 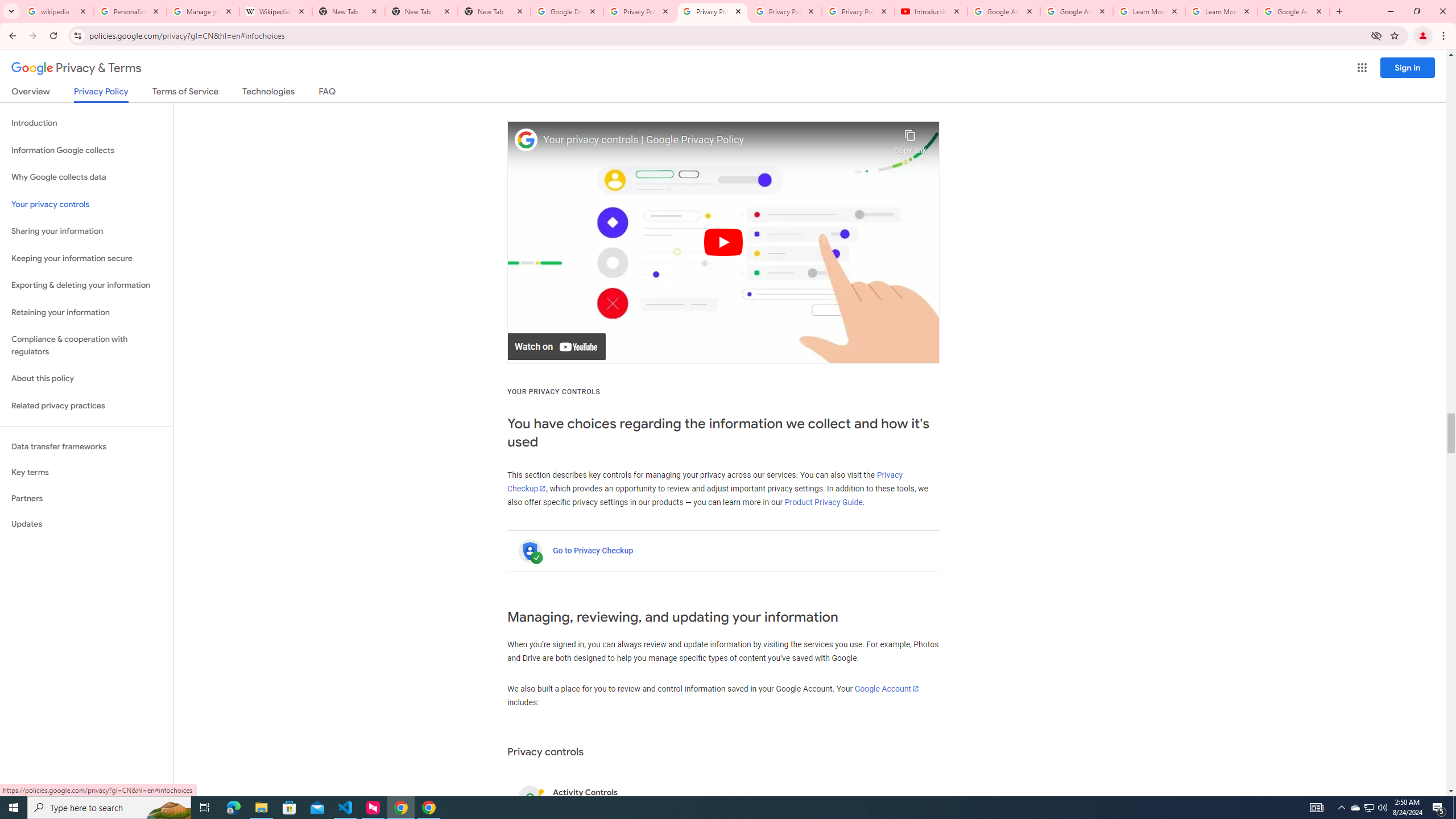 I want to click on 'Retaining your information', so click(x=86, y=312).